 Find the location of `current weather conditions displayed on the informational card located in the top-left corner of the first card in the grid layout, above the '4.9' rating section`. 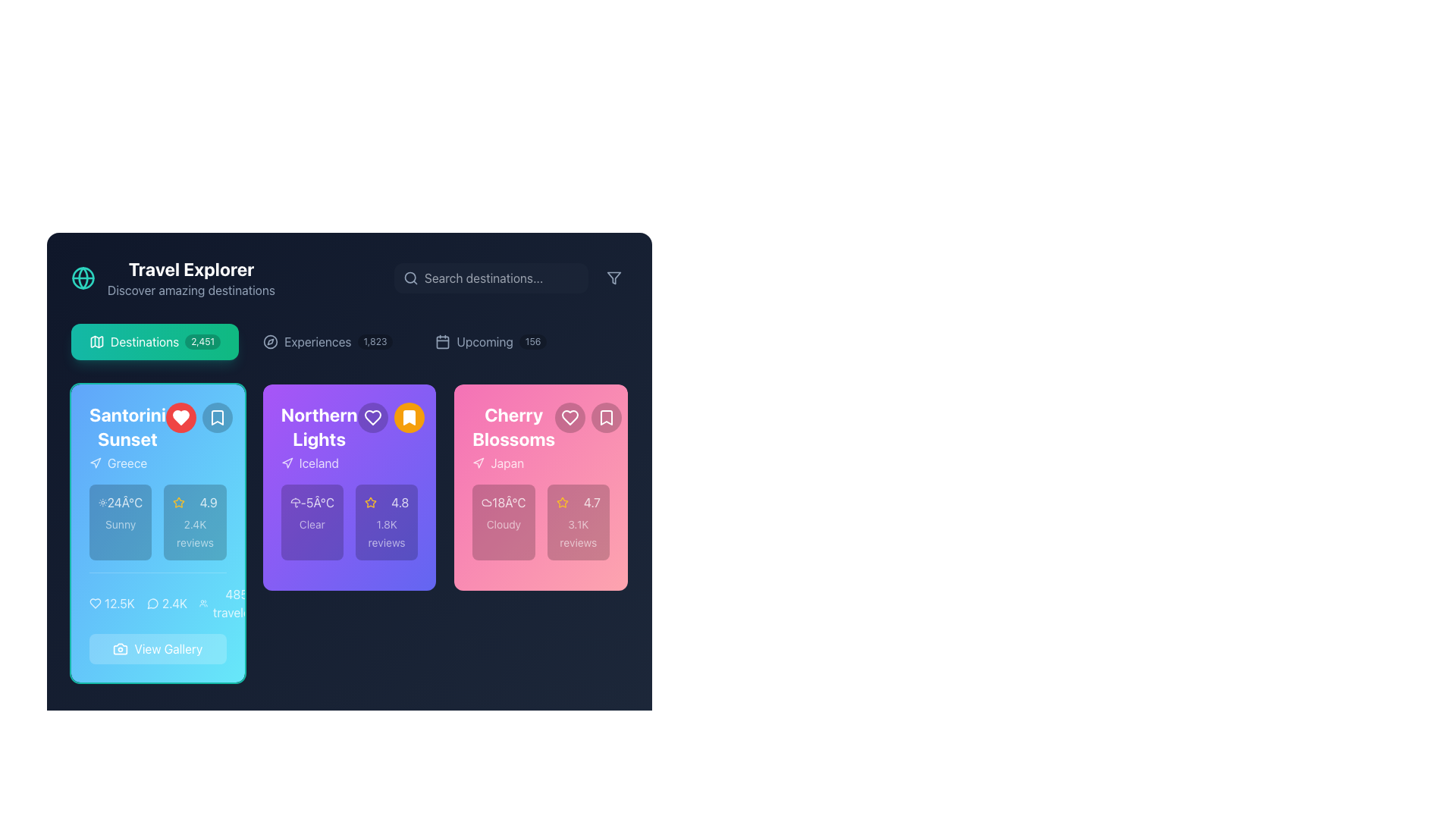

current weather conditions displayed on the informational card located in the top-left corner of the first card in the grid layout, above the '4.9' rating section is located at coordinates (120, 522).